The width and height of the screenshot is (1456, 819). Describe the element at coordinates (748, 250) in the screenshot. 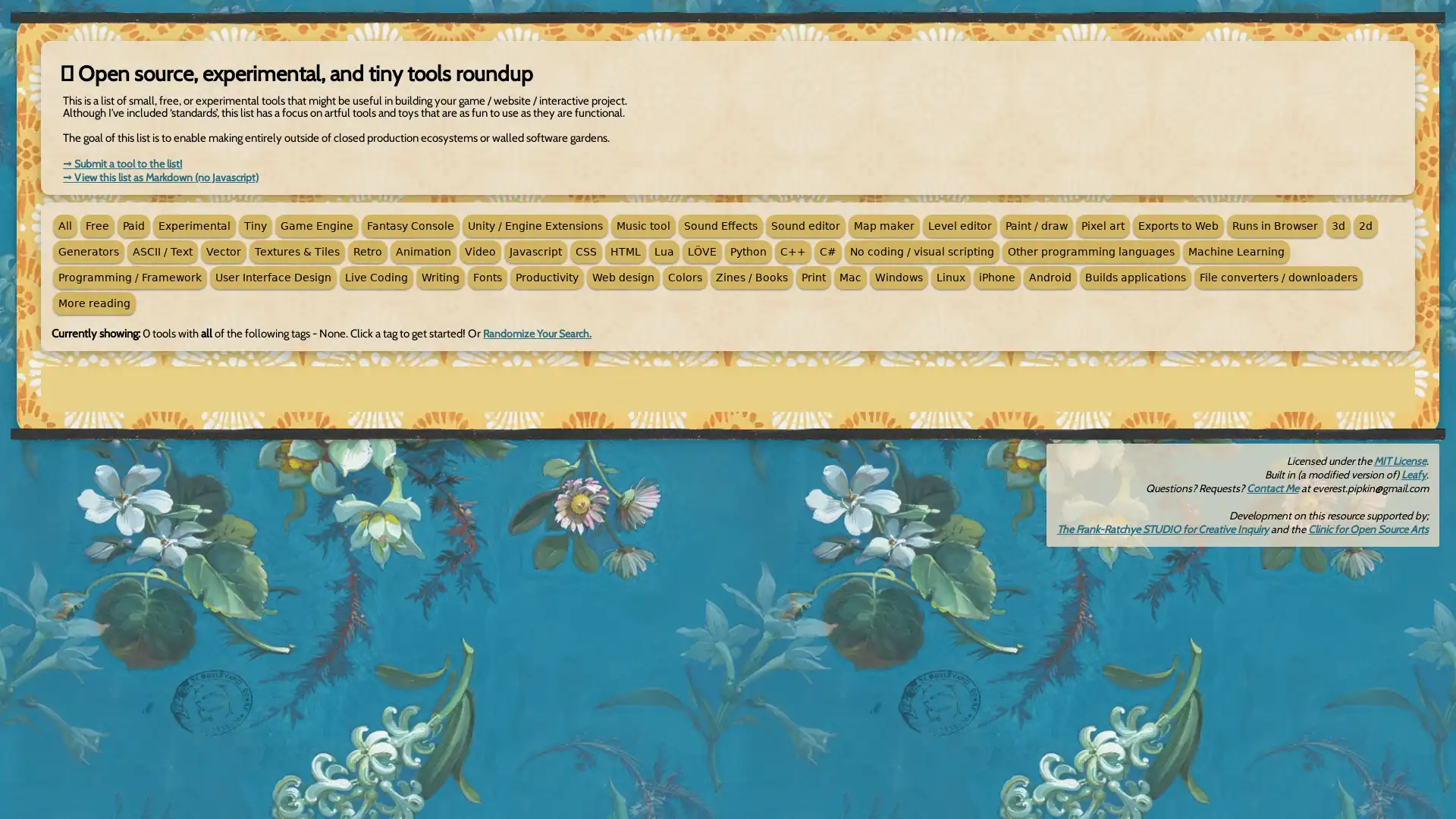

I see `Python` at that location.